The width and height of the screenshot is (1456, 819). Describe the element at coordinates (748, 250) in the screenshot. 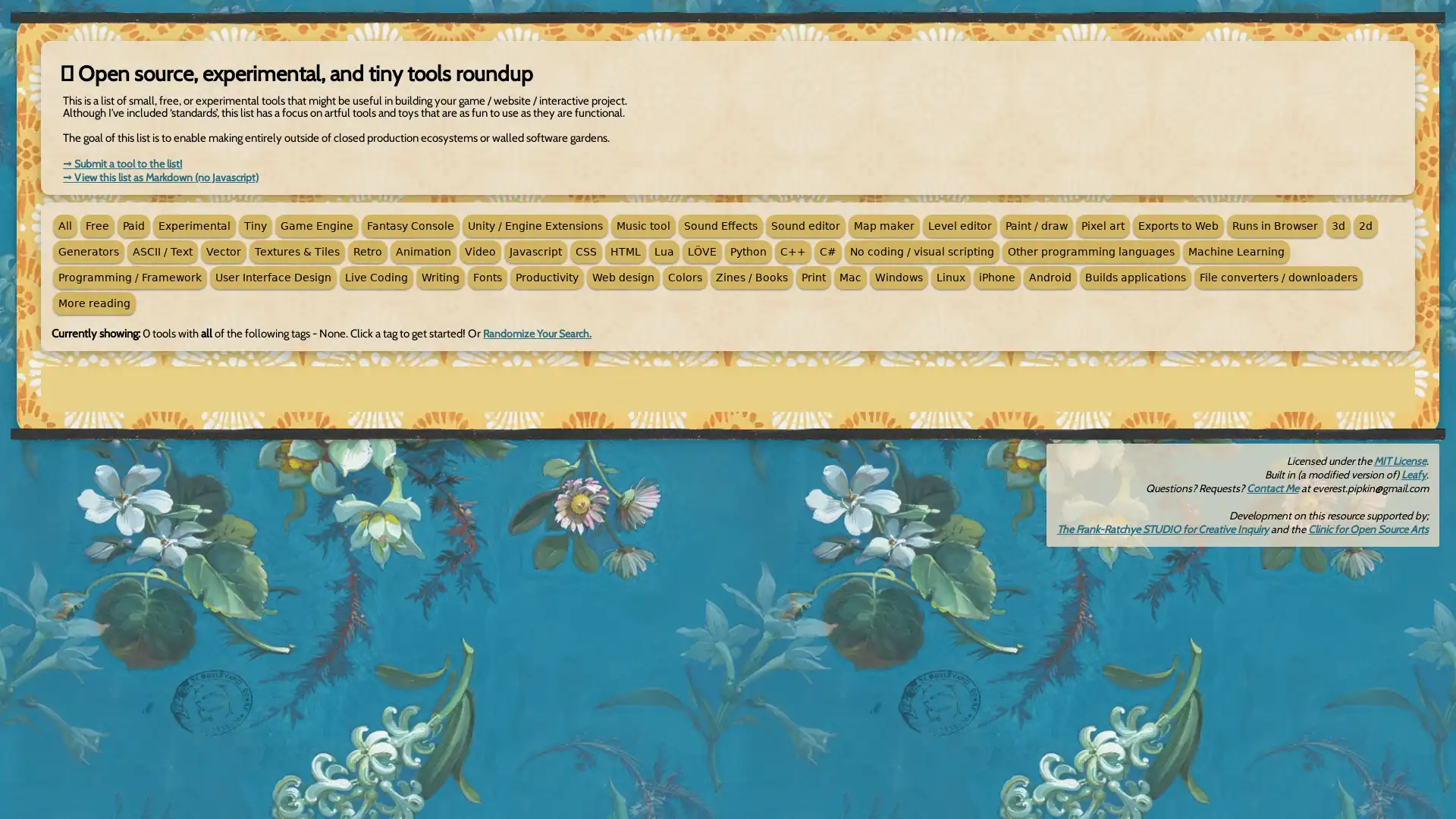

I see `Python` at that location.